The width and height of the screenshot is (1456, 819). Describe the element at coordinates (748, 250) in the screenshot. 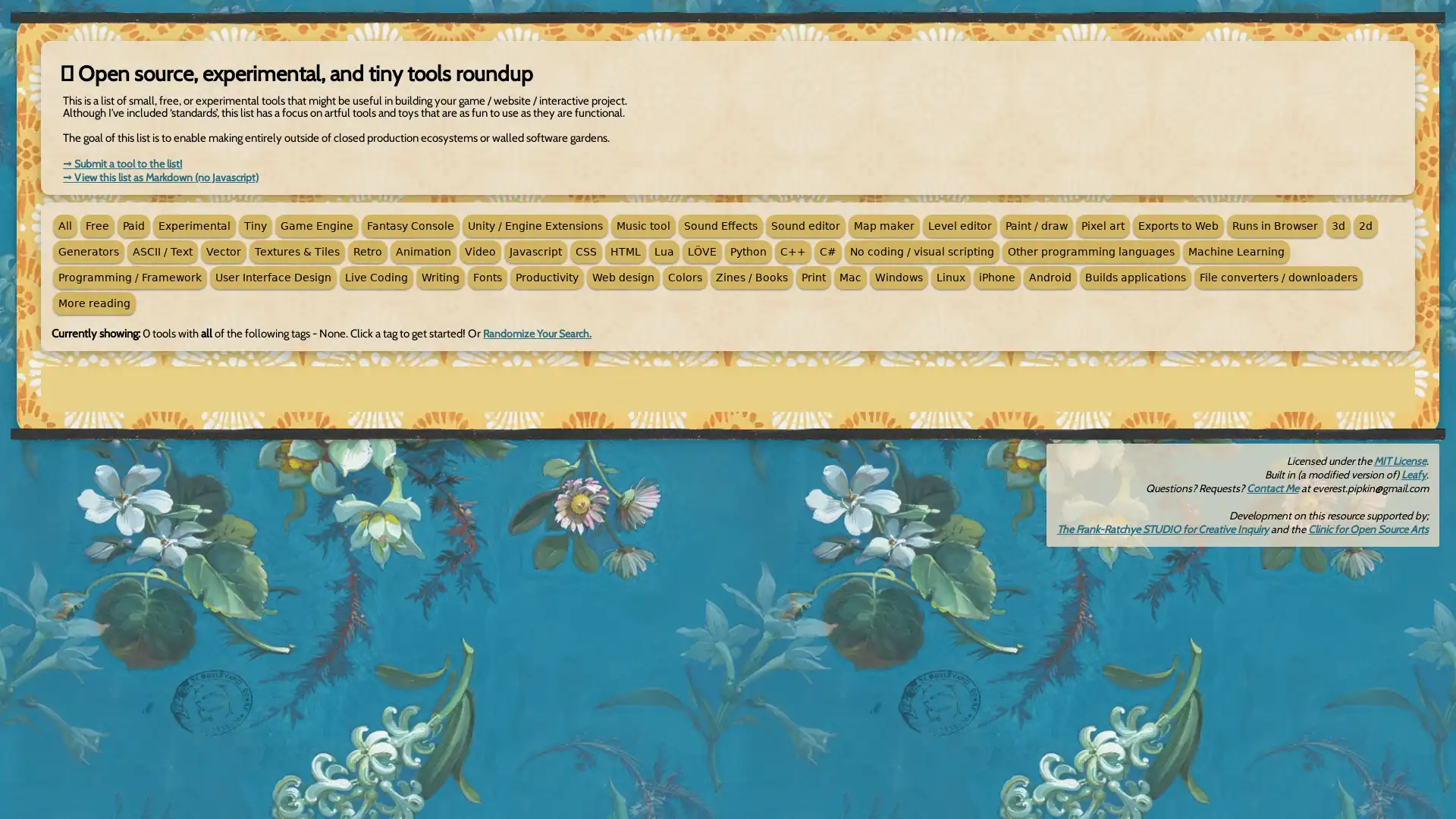

I see `Python` at that location.